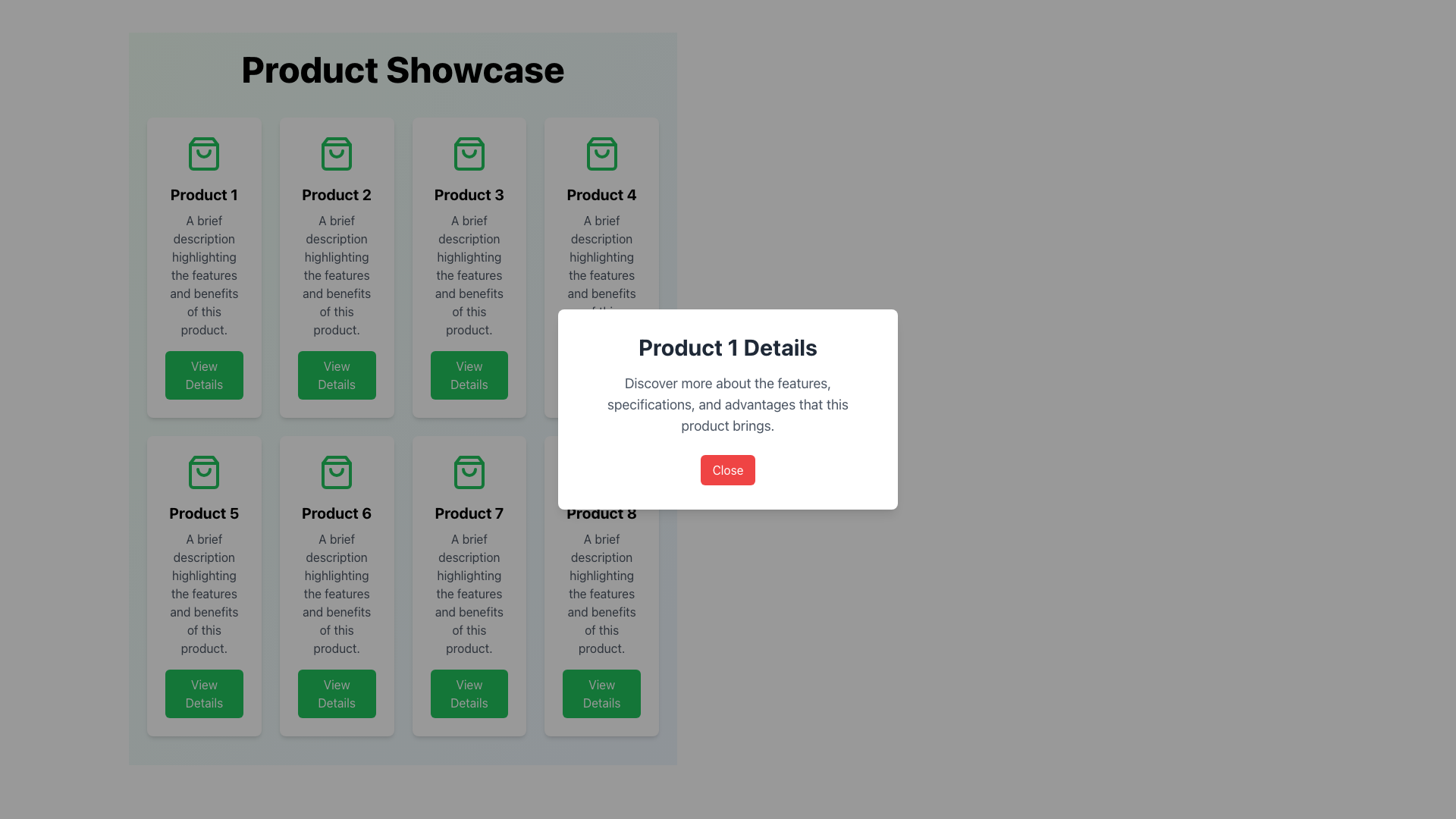 The height and width of the screenshot is (819, 1456). Describe the element at coordinates (203, 194) in the screenshot. I see `the text label that presents the product title in the first product card located in the top-left corner of the grid` at that location.